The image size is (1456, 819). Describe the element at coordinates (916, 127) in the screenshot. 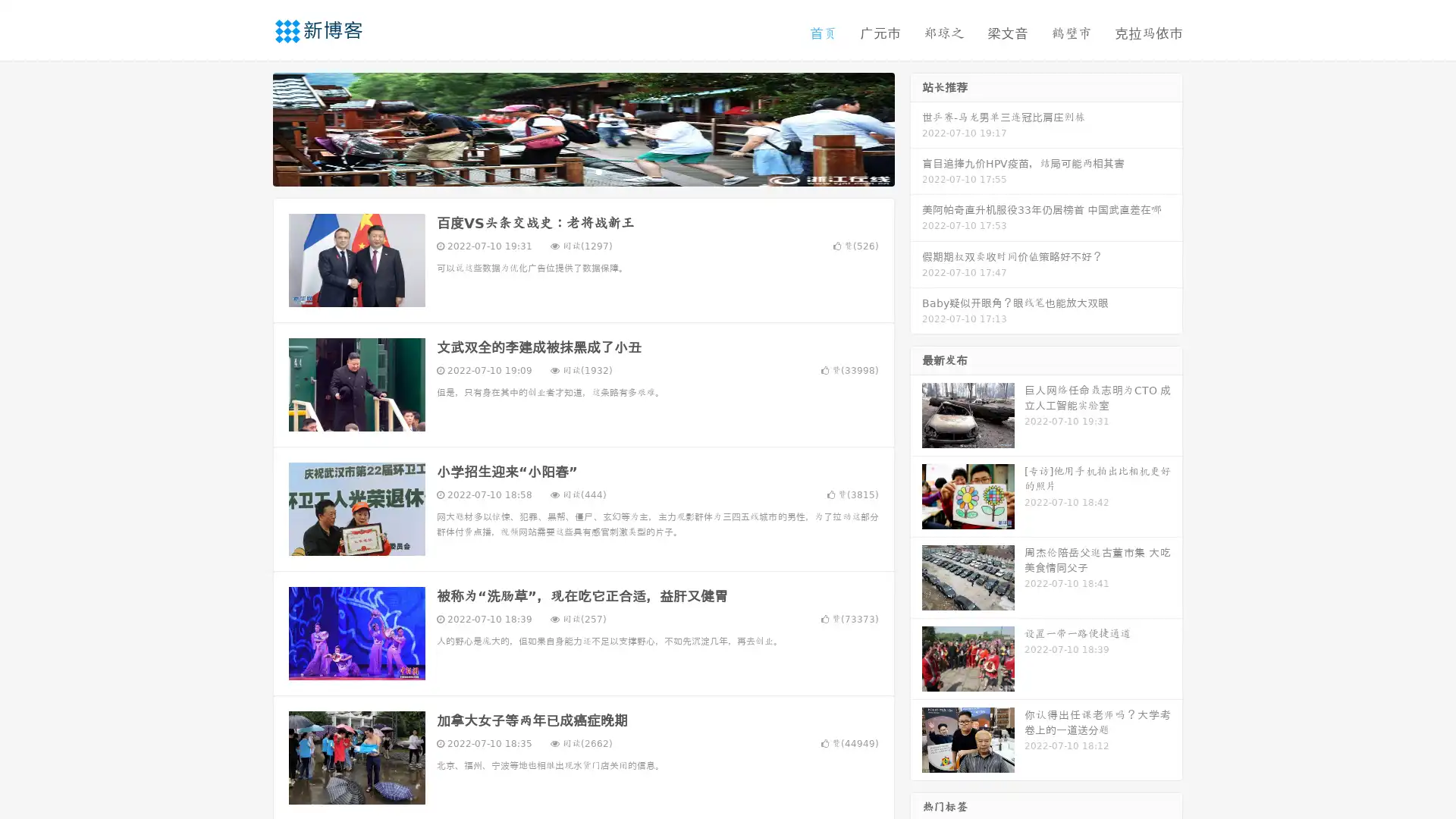

I see `Next slide` at that location.